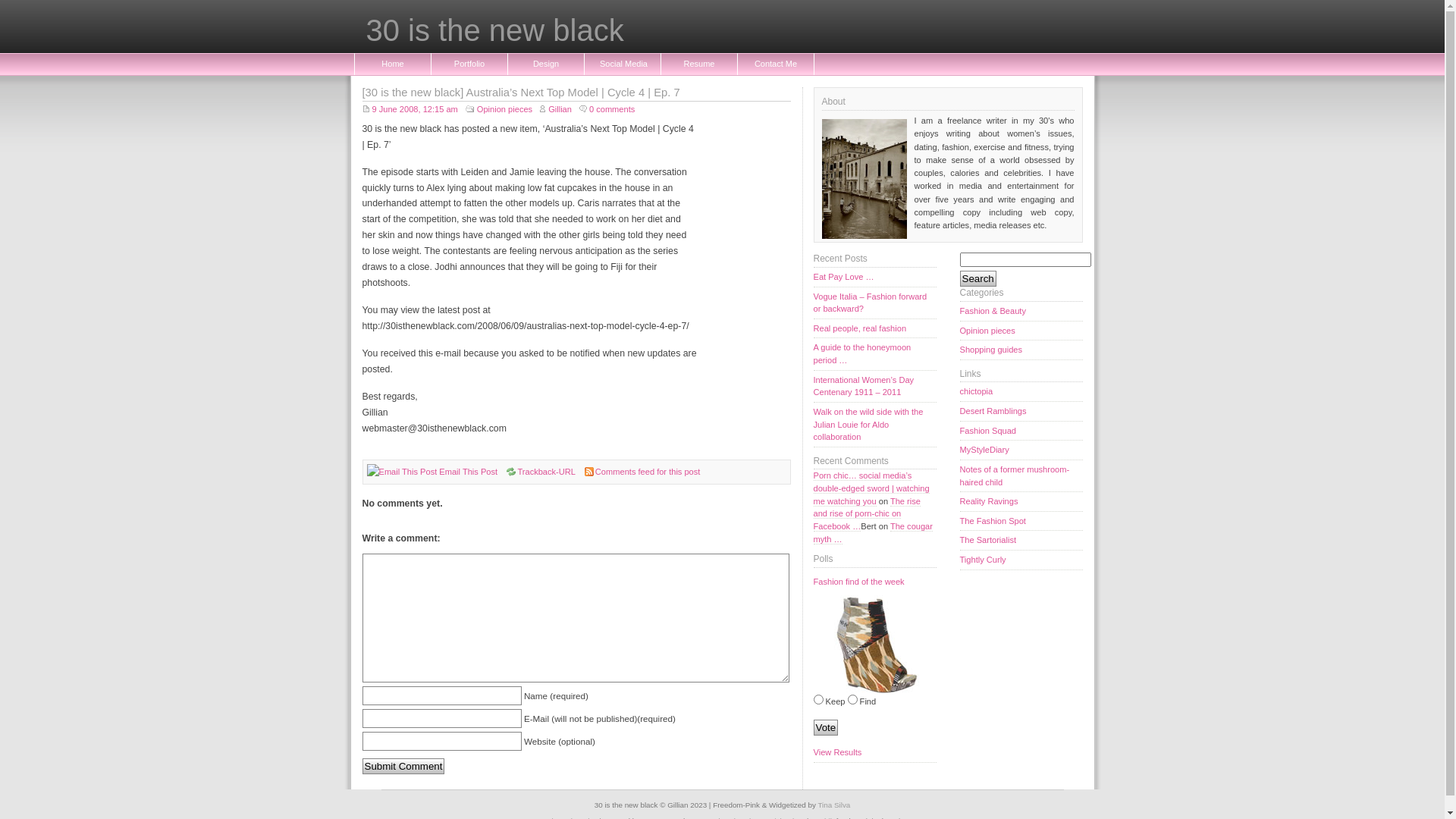  What do you see at coordinates (1021, 560) in the screenshot?
I see `'Tightly Curly'` at bounding box center [1021, 560].